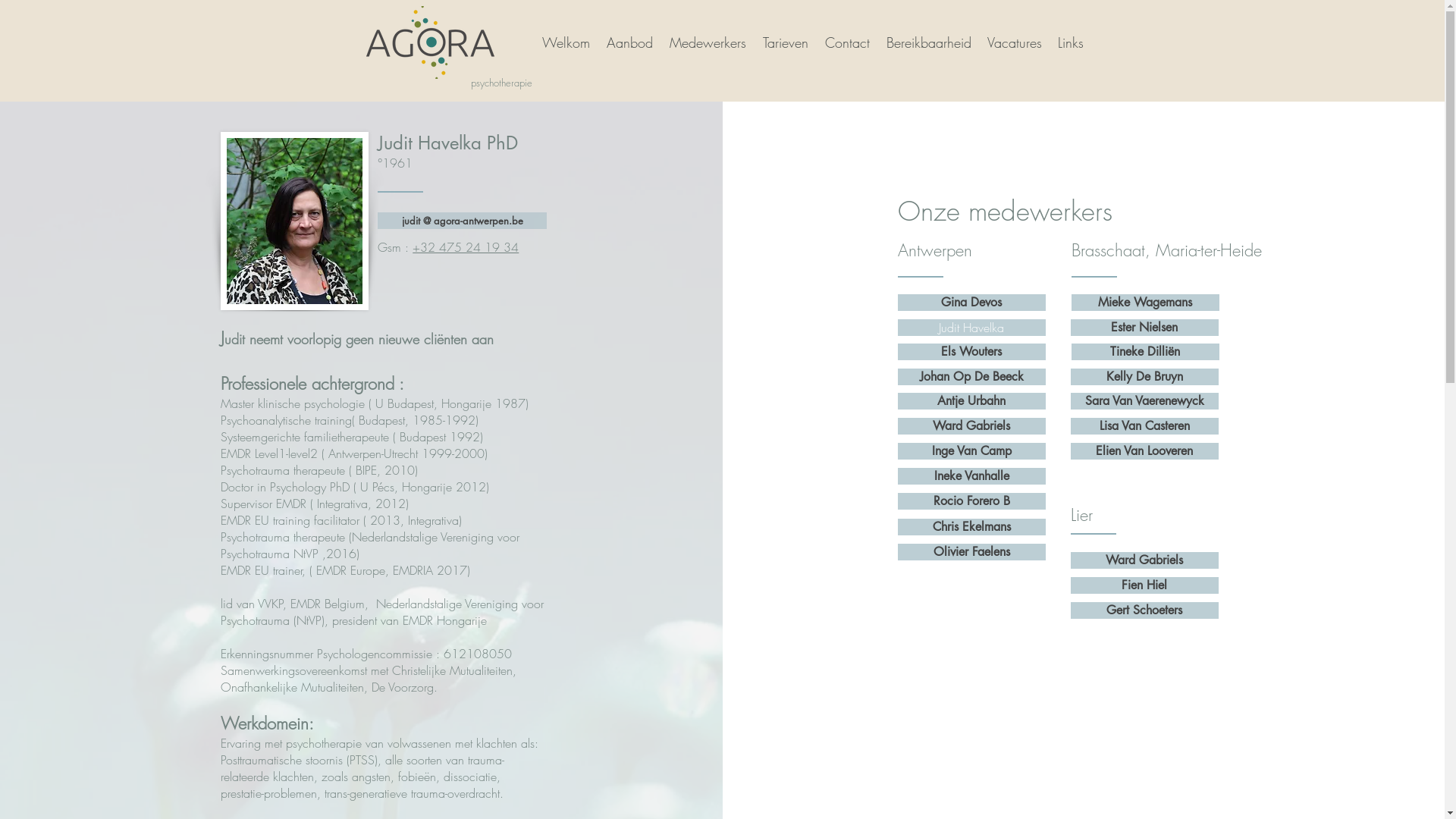  I want to click on 'Kelly De Bruyn', so click(1144, 376).